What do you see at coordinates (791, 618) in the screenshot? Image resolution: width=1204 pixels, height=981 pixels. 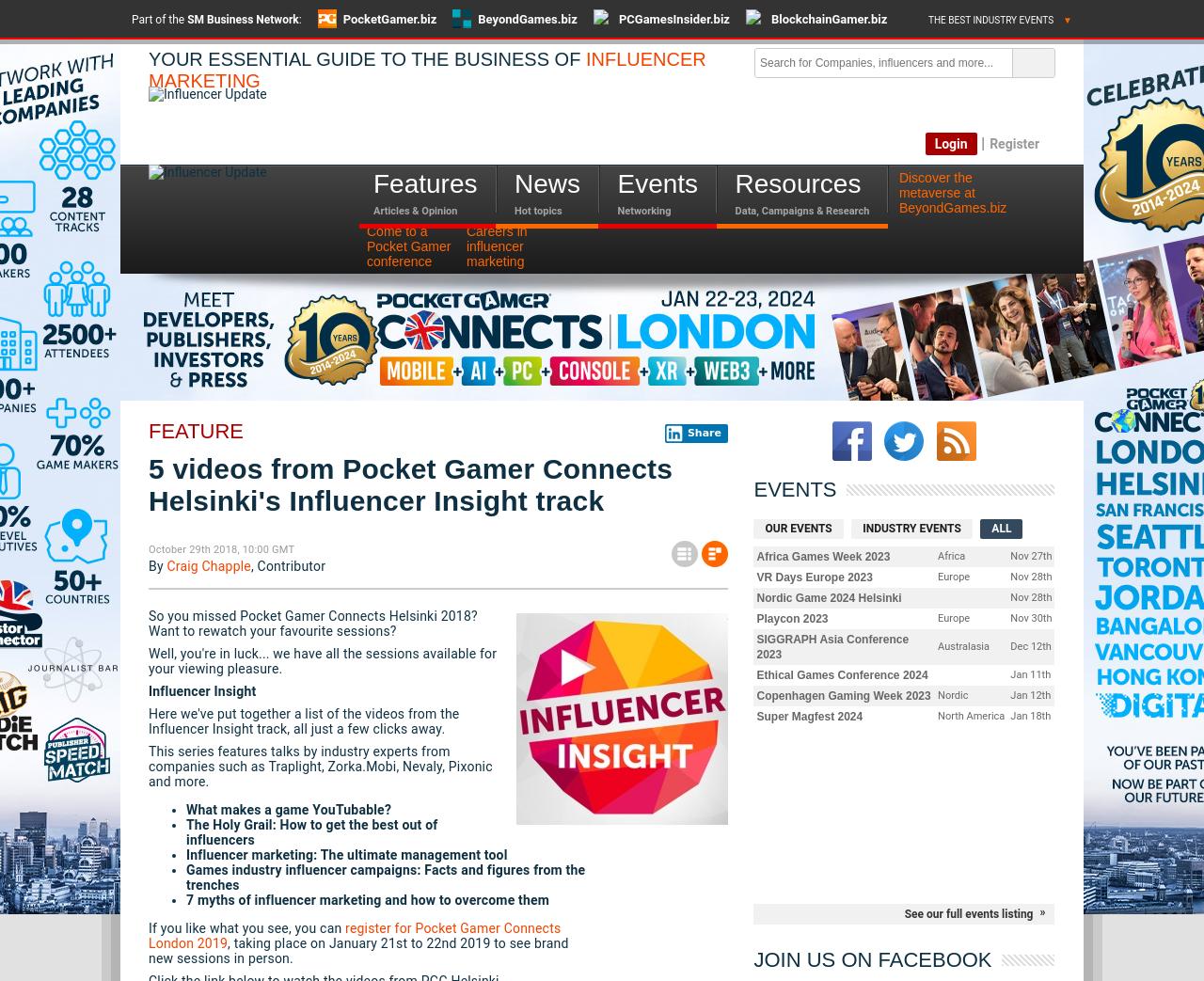 I see `'Playcon 2023'` at bounding box center [791, 618].